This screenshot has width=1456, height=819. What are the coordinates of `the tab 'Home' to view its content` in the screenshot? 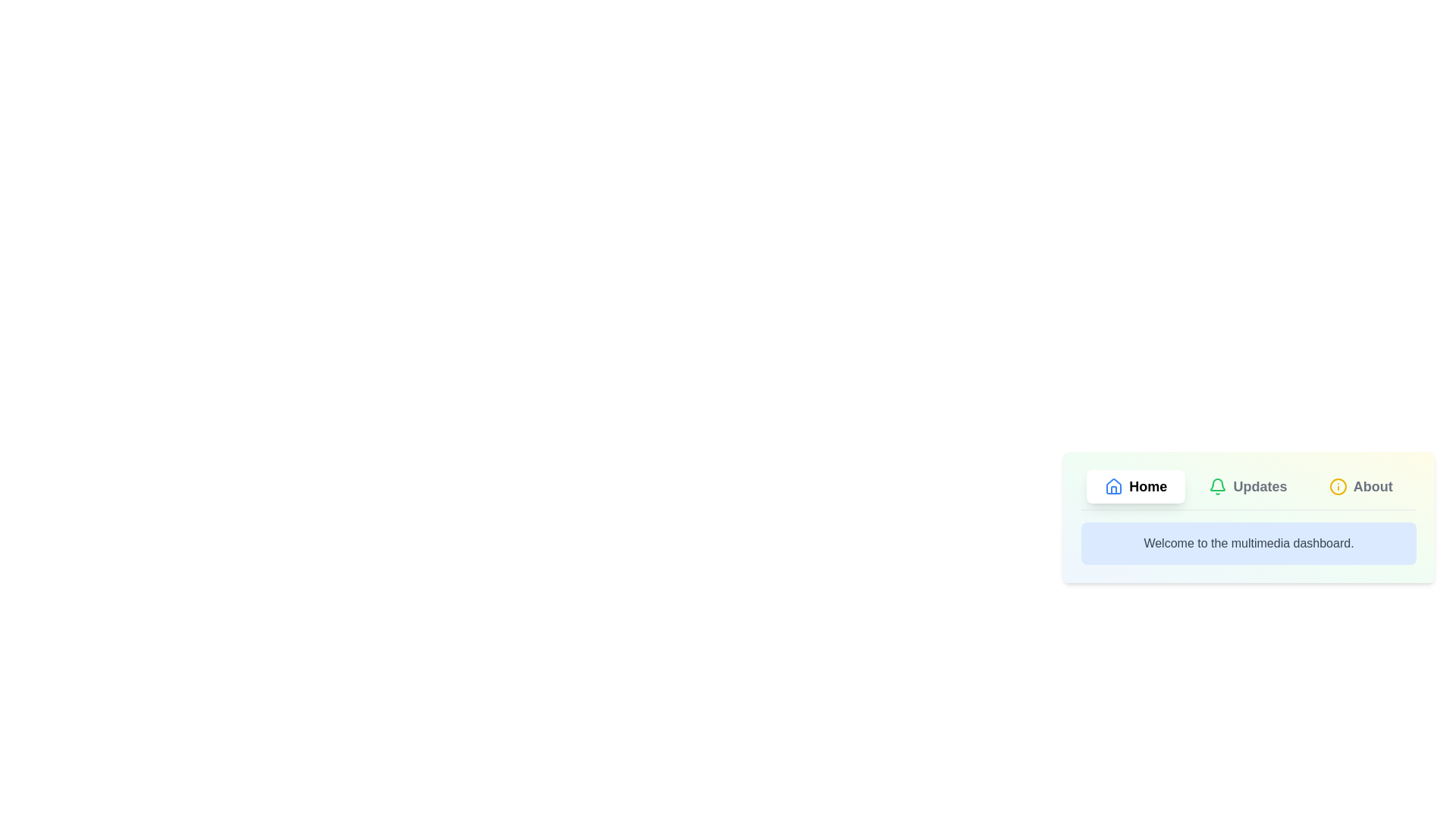 It's located at (1135, 486).